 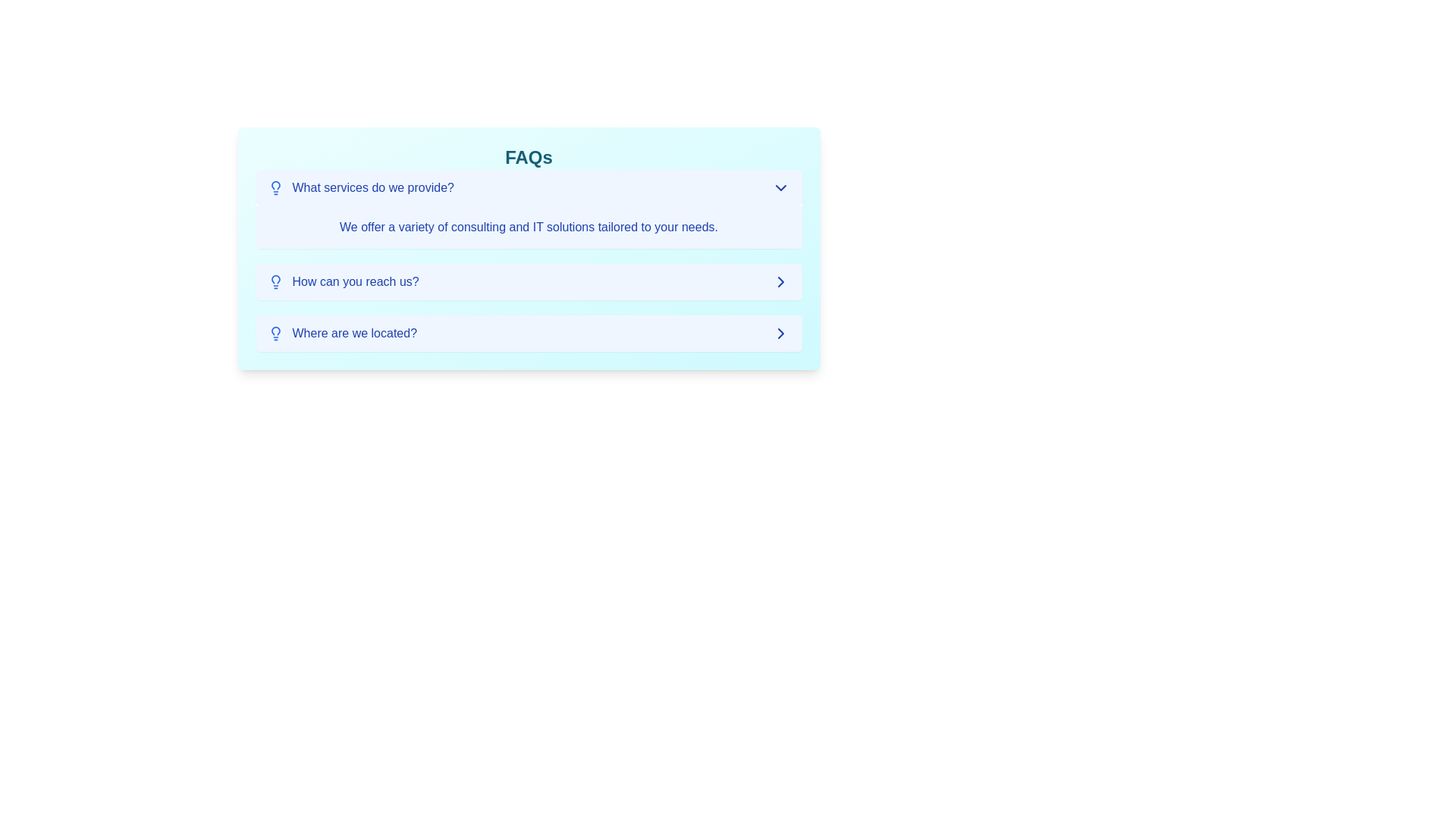 I want to click on the text block displaying the question 'Where are we located?' next to the blue lightbulb icon, so click(x=341, y=332).